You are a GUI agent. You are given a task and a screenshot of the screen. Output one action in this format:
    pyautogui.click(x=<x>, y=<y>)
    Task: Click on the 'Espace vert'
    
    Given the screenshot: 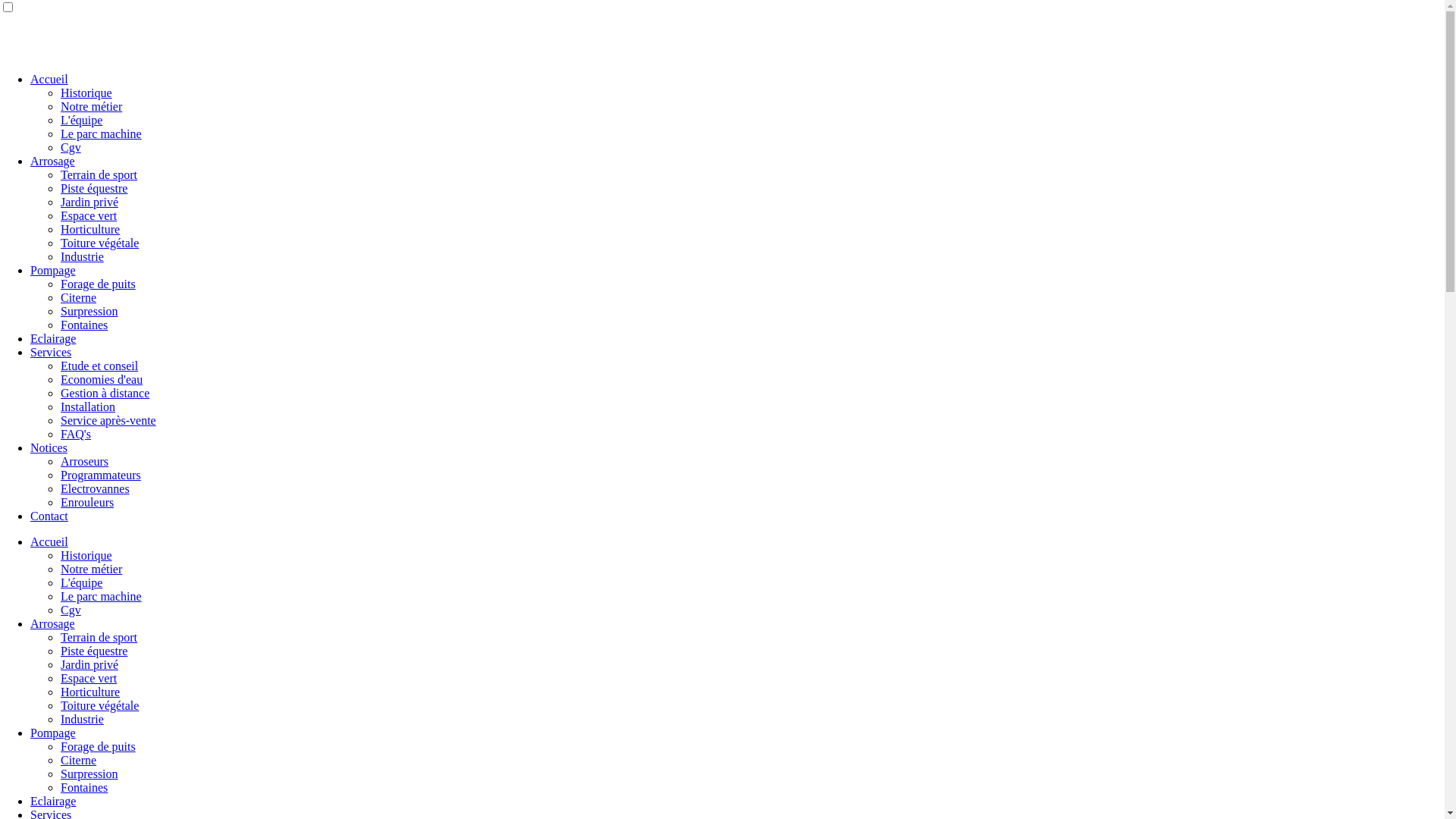 What is the action you would take?
    pyautogui.click(x=61, y=677)
    